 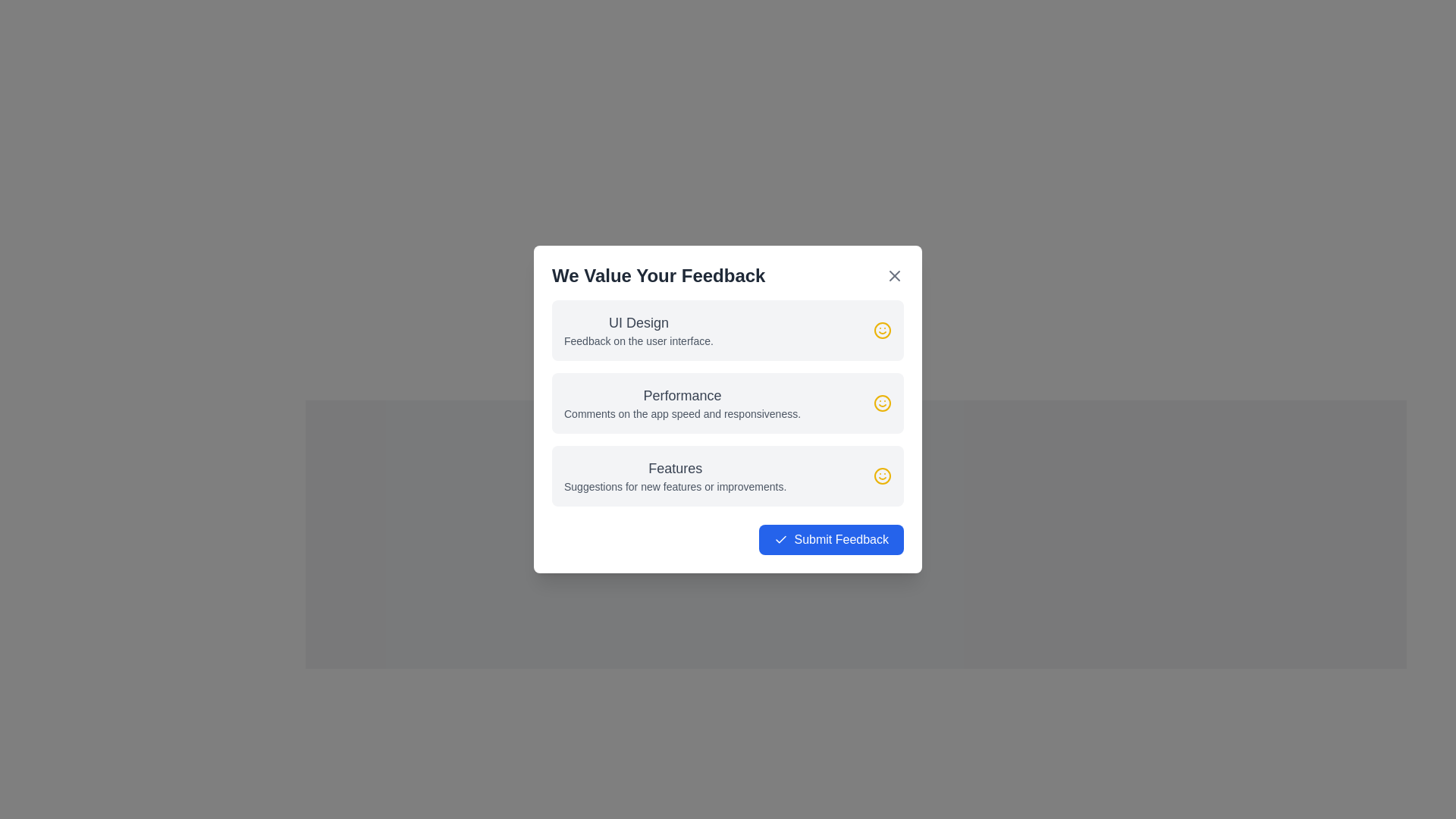 What do you see at coordinates (658, 275) in the screenshot?
I see `the Text (Heading) element that serves as the title for the user feedback modal, located at the upper-left region of the modal` at bounding box center [658, 275].